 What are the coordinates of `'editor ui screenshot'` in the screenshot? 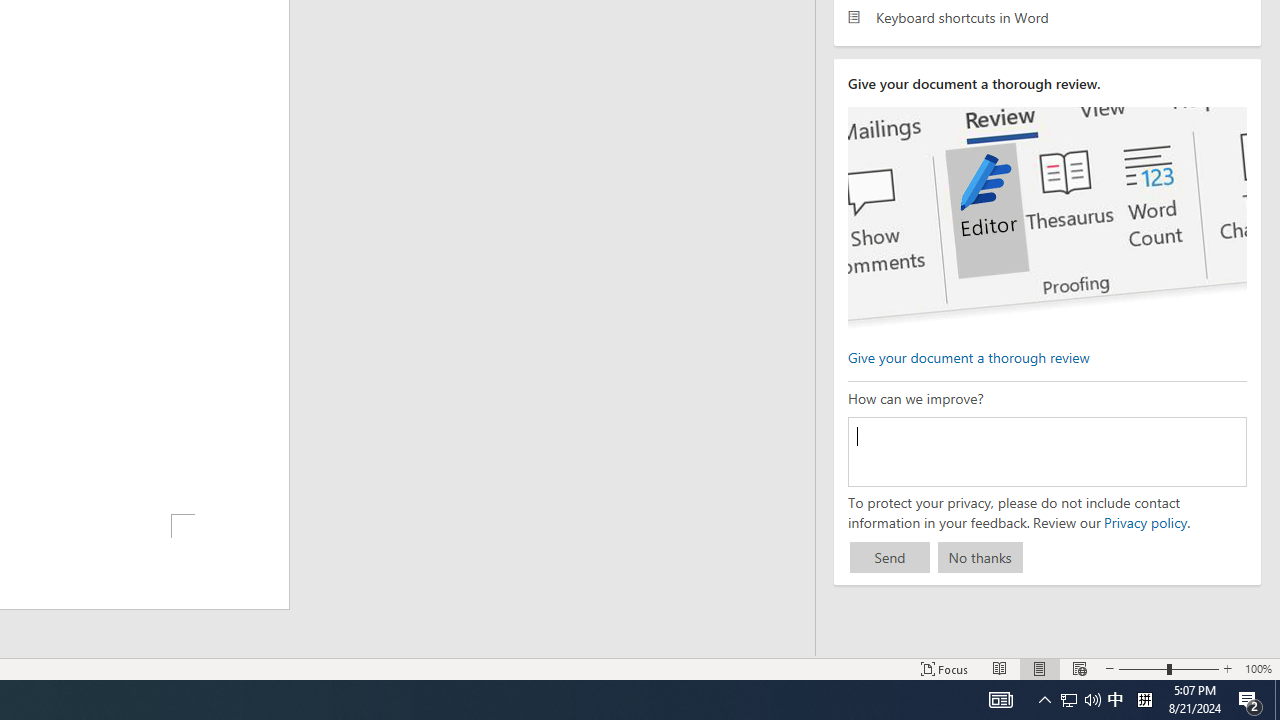 It's located at (1046, 218).